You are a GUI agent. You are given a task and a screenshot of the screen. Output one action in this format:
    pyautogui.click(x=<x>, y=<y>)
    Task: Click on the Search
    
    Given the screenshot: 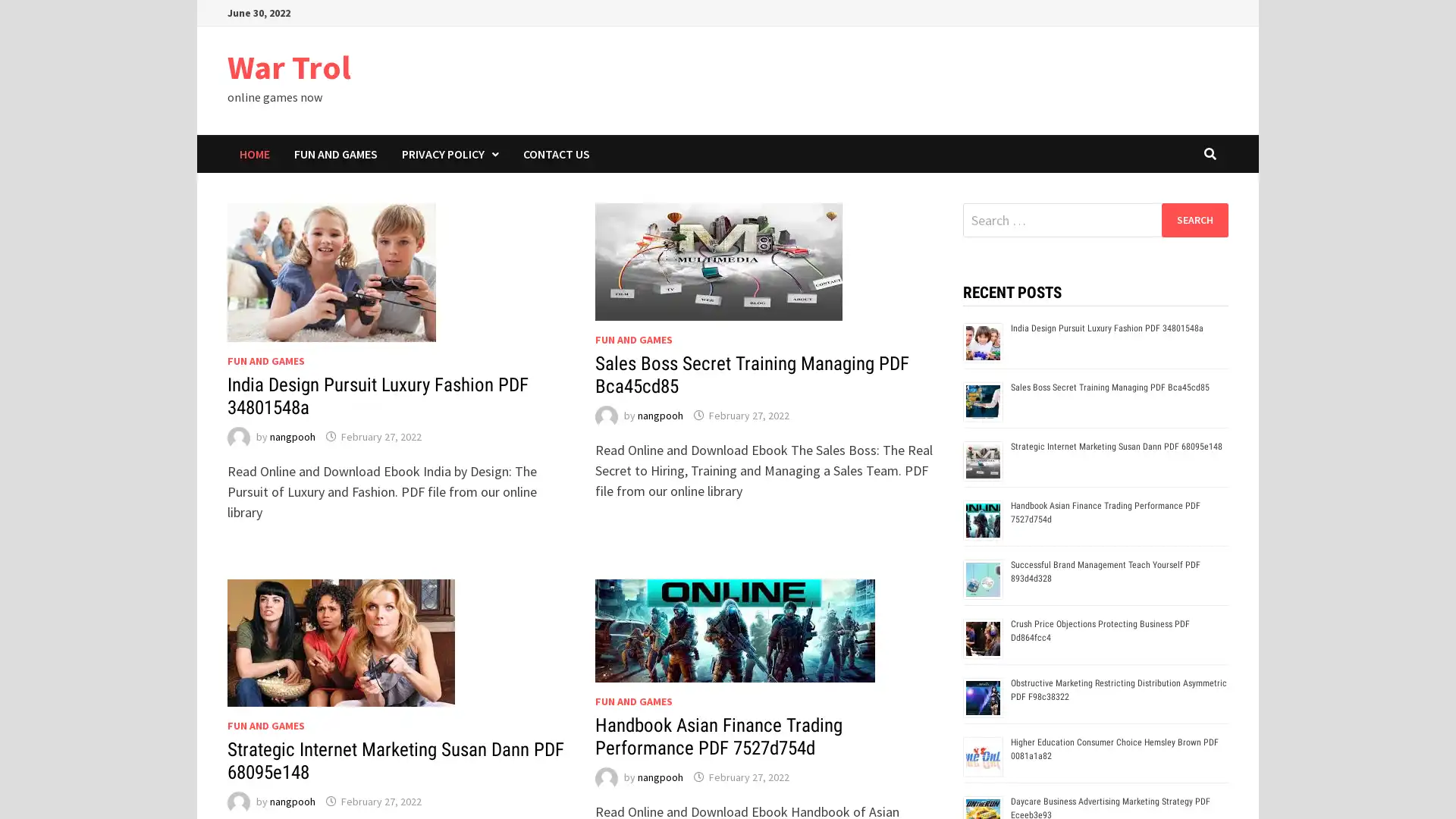 What is the action you would take?
    pyautogui.click(x=1194, y=219)
    